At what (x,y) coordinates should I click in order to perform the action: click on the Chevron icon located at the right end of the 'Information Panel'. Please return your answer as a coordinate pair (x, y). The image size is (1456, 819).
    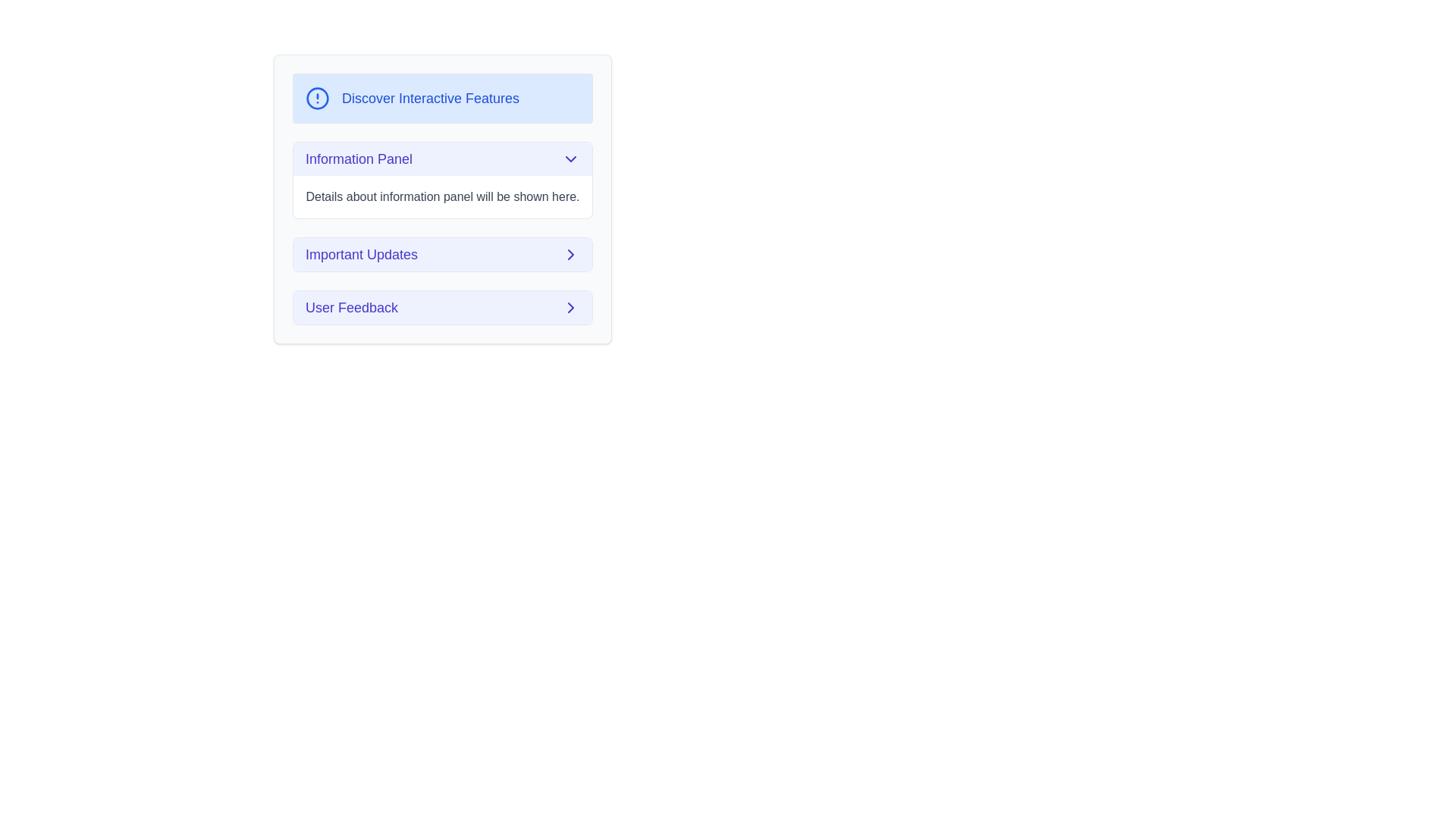
    Looking at the image, I should click on (570, 158).